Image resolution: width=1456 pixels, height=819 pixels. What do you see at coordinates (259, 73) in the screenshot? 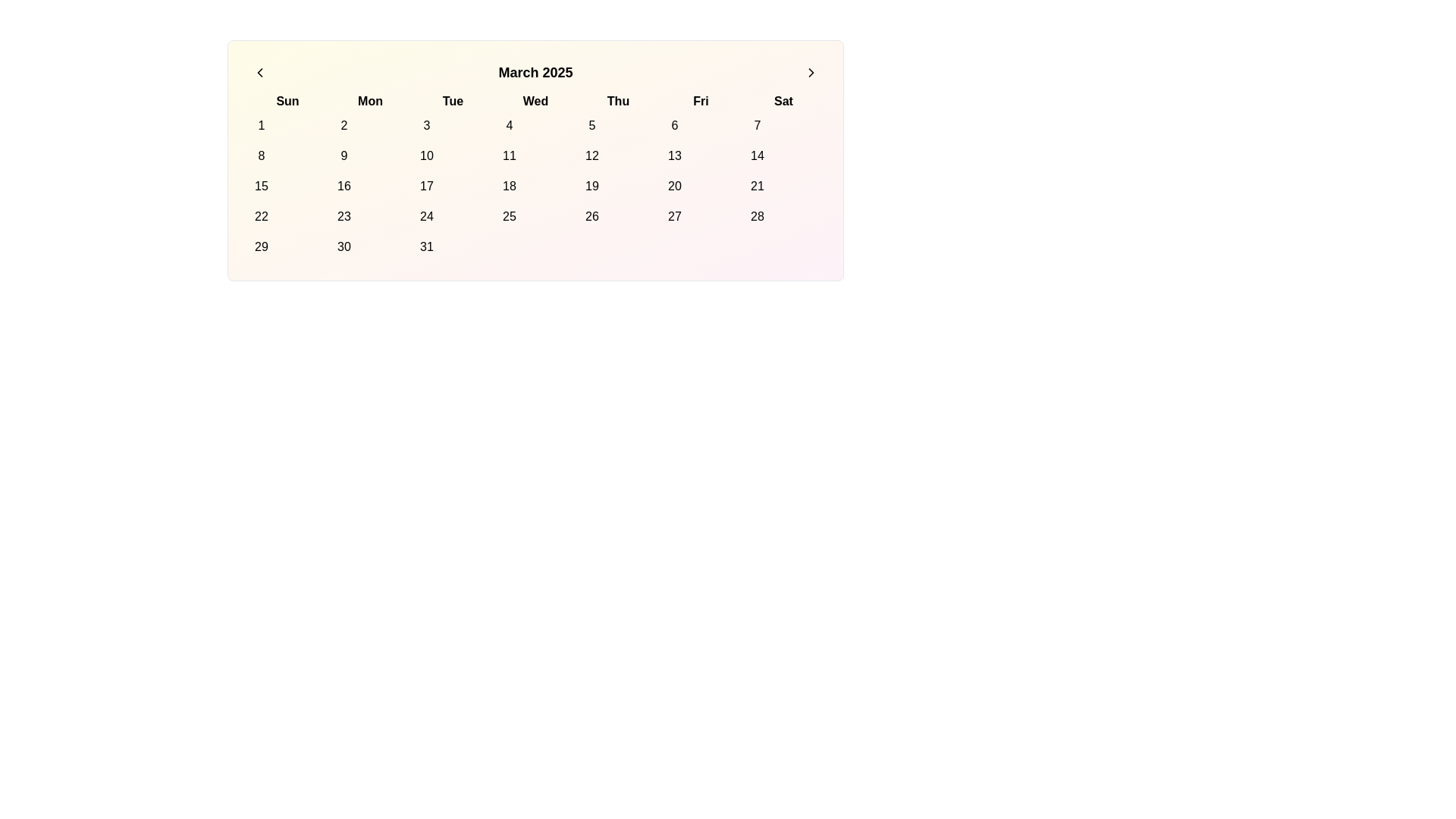
I see `the left navigation button for the calendar, located to the left of the 'March 2025' title` at bounding box center [259, 73].